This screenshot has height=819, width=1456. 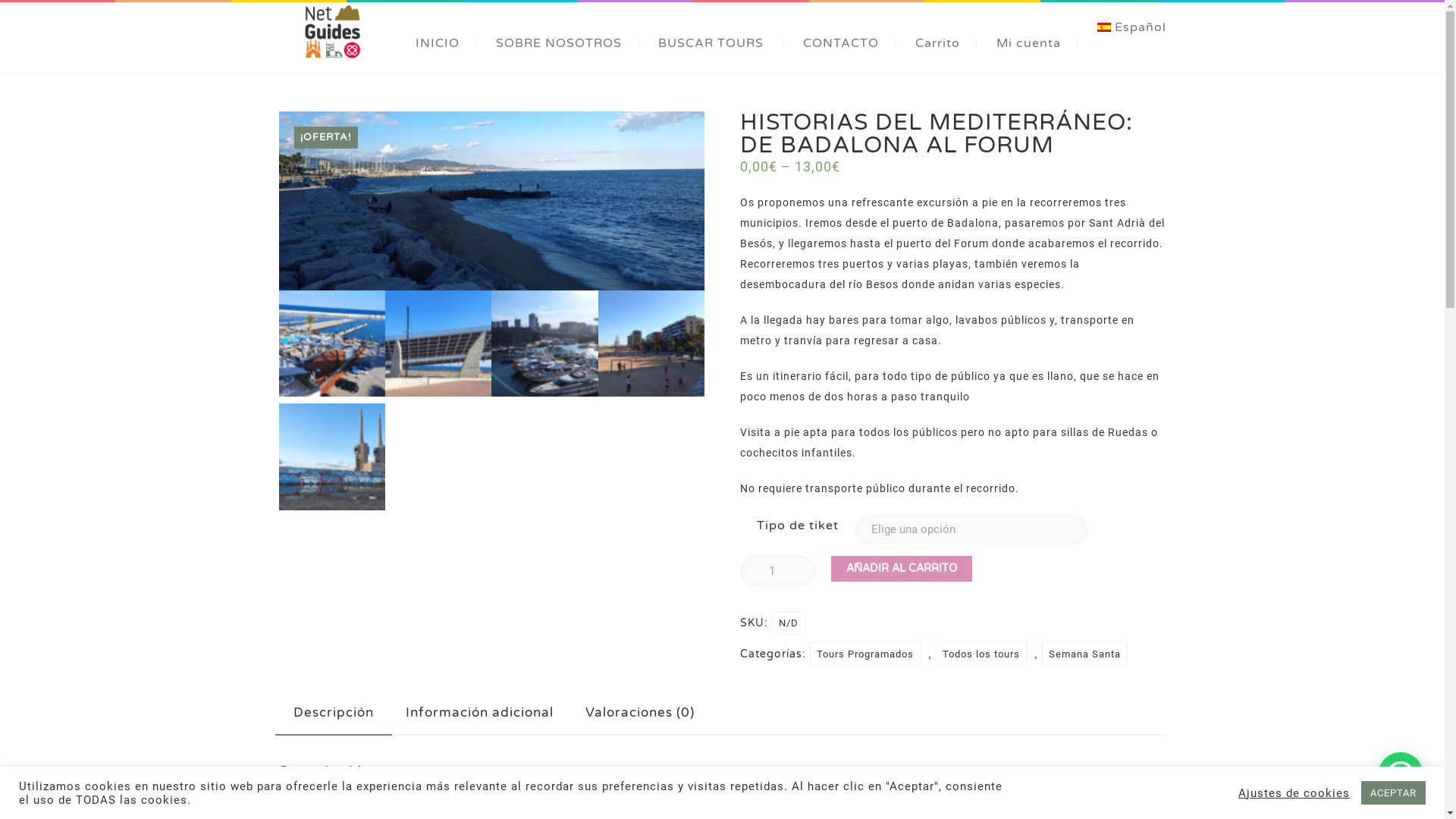 What do you see at coordinates (558, 42) in the screenshot?
I see `'SOBRE NOSOTROS'` at bounding box center [558, 42].